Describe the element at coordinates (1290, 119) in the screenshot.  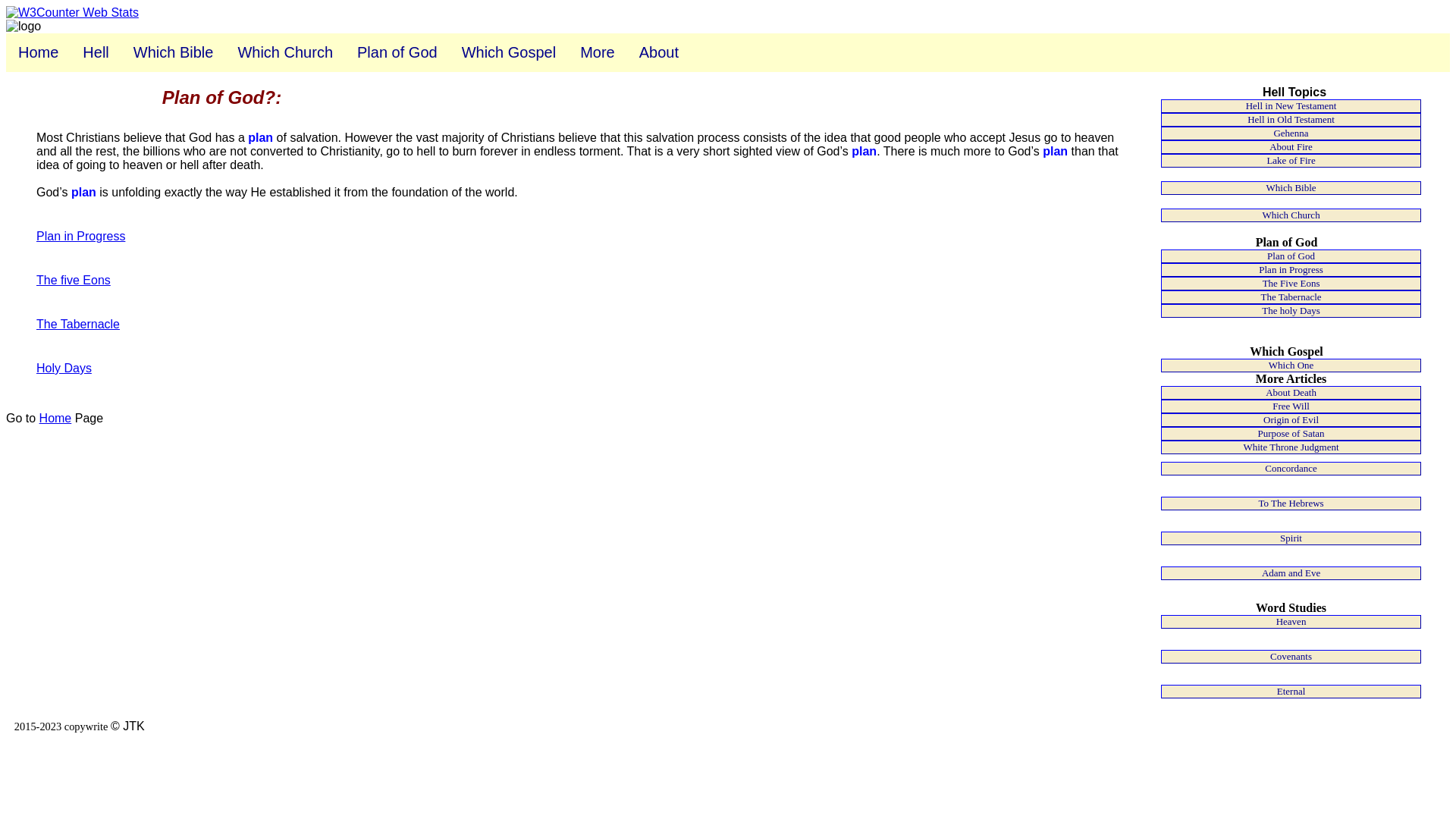
I see `'Hell in Old Testament'` at that location.